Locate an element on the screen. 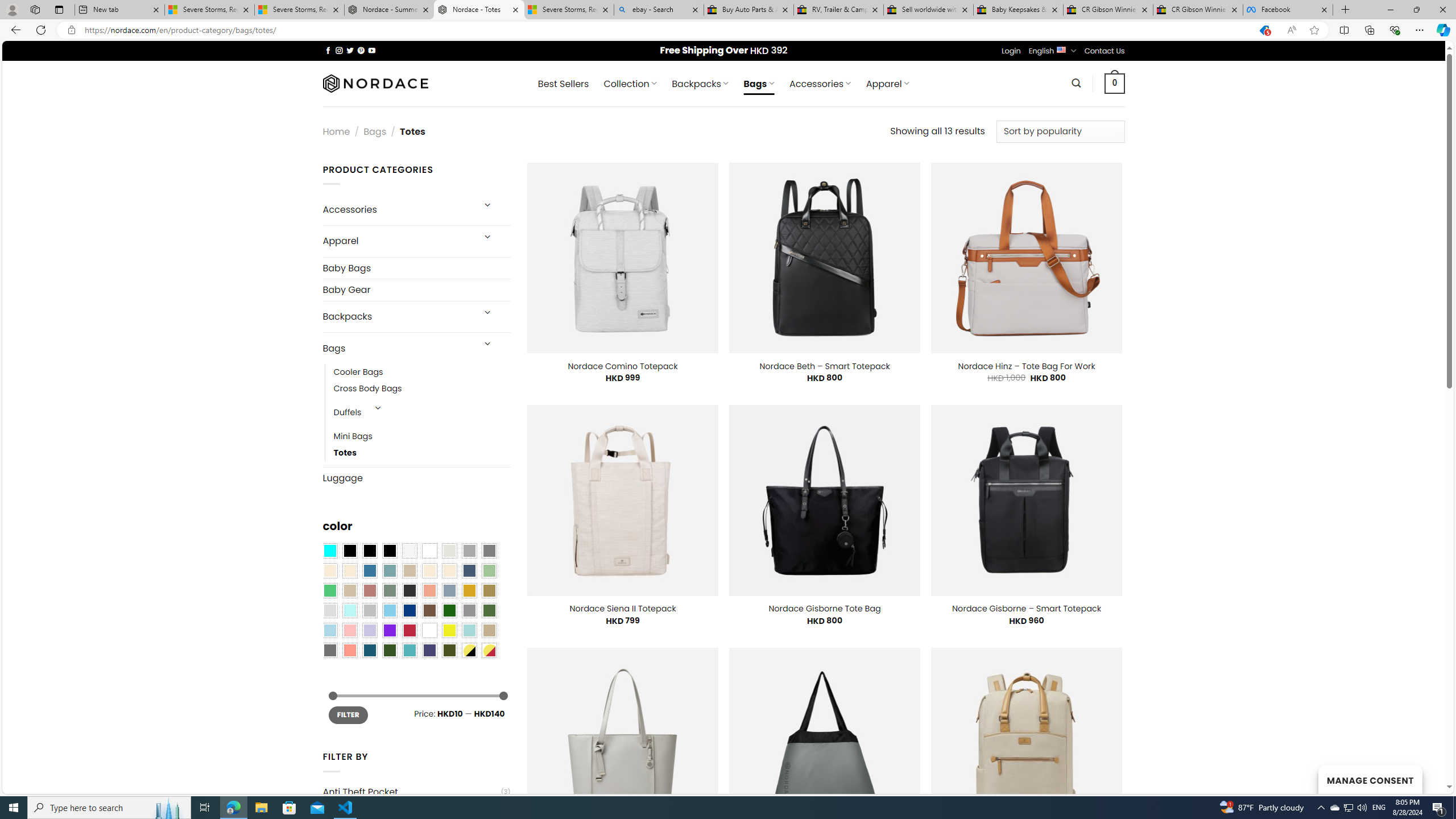 The height and width of the screenshot is (819, 1456). '  0  ' is located at coordinates (1115, 82).